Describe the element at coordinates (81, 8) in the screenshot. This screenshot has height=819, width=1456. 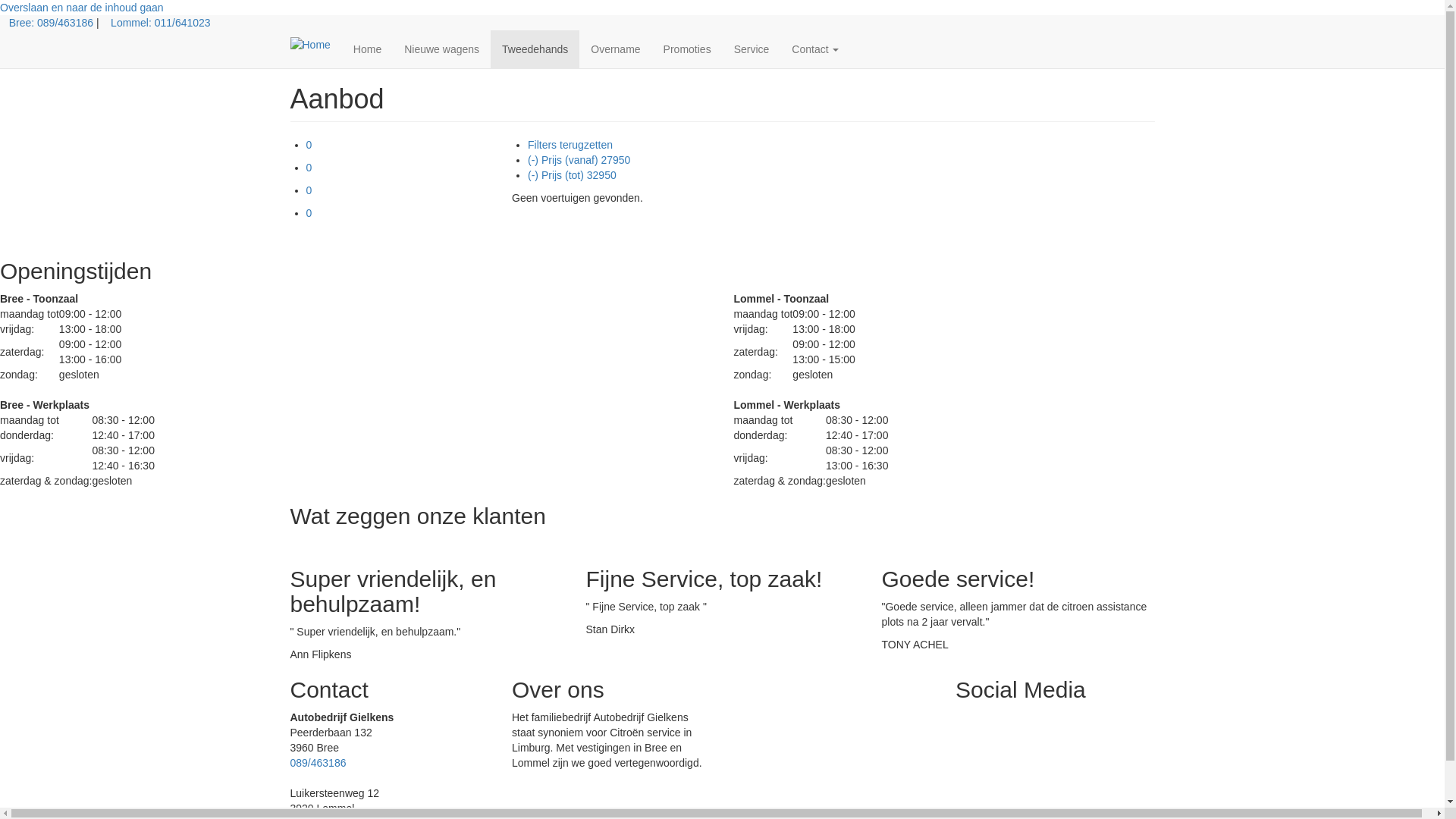
I see `'Overslaan en naar de inhoud gaan'` at that location.